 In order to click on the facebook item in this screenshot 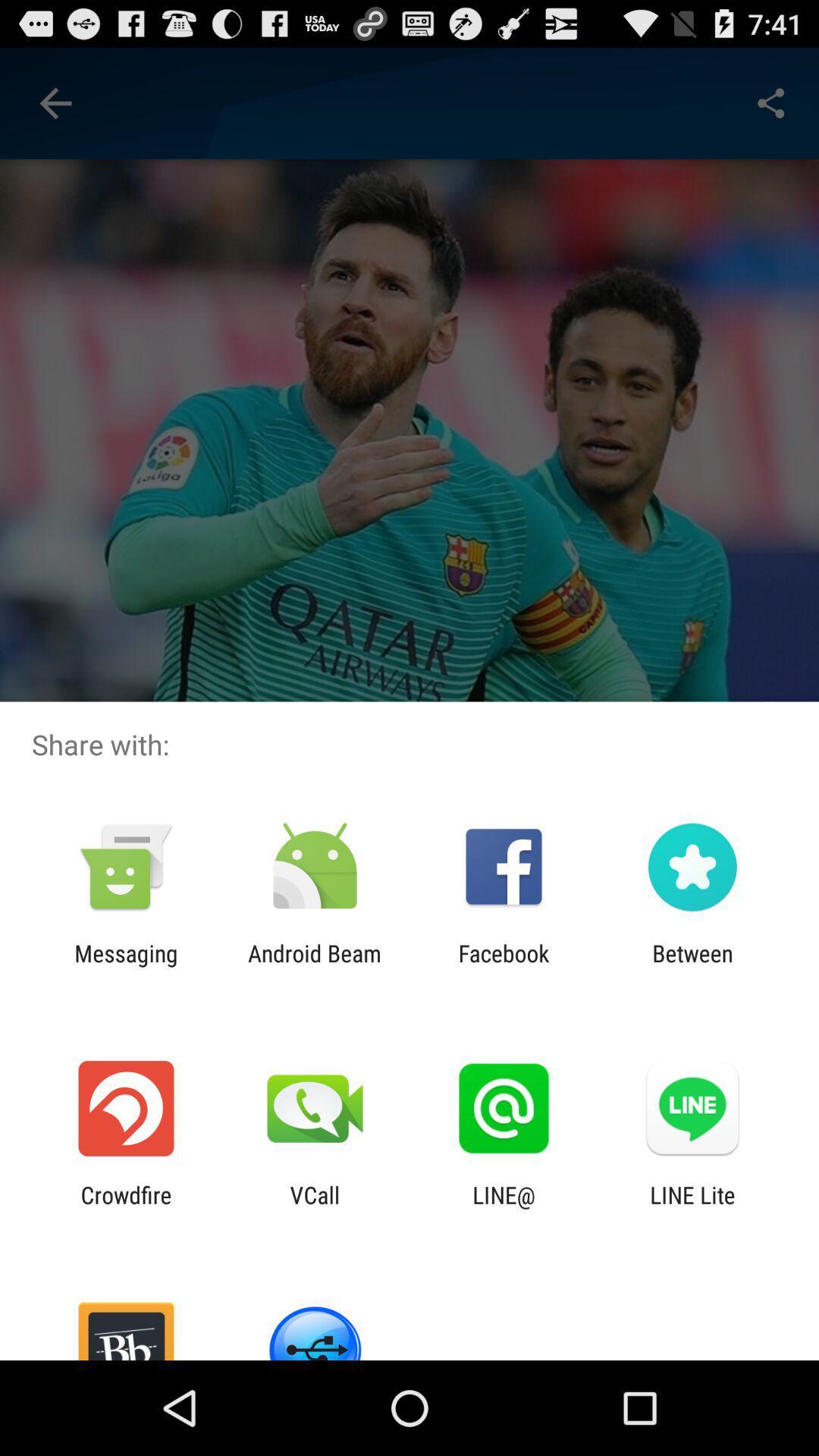, I will do `click(504, 966)`.